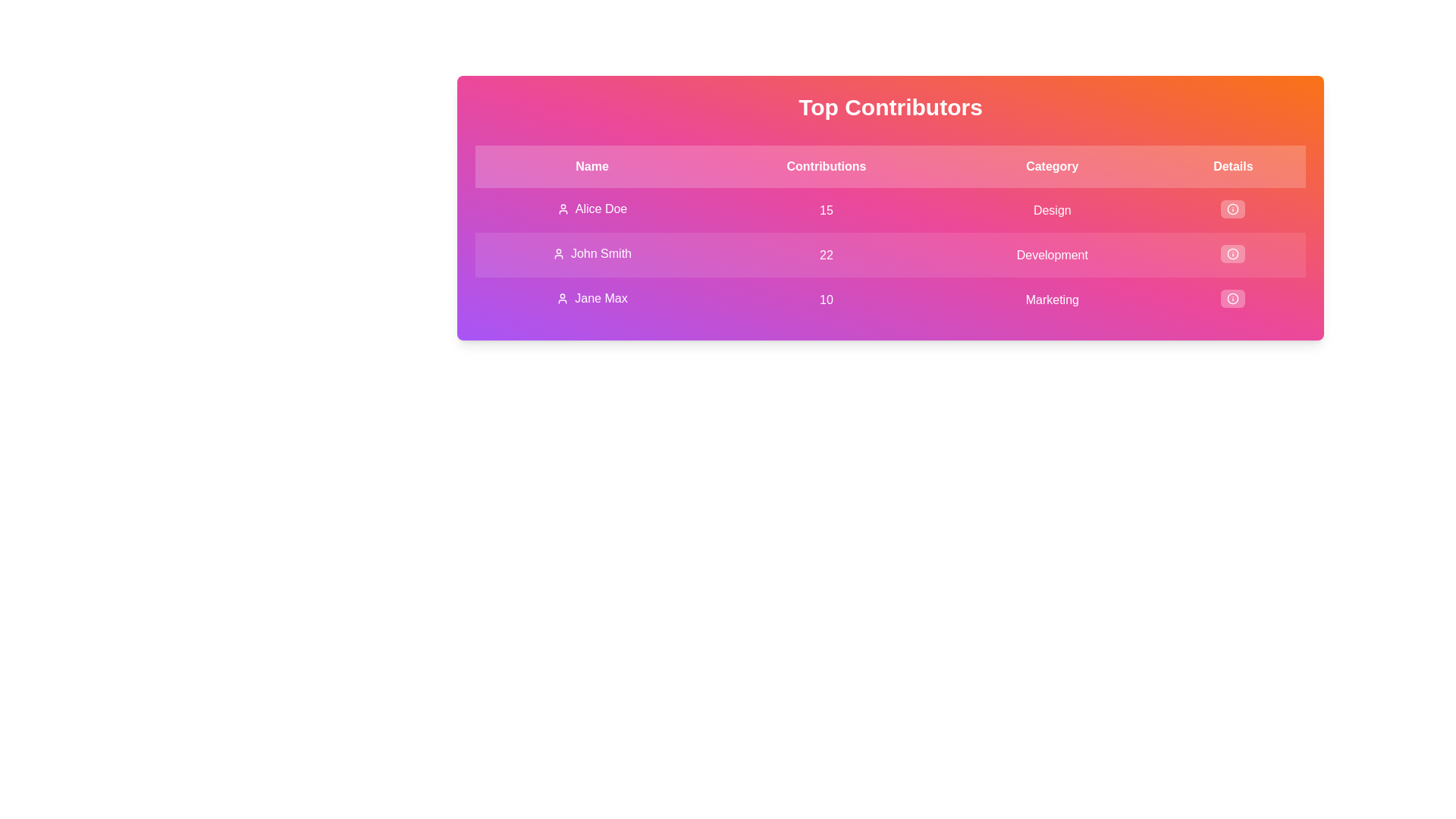 The image size is (1456, 819). Describe the element at coordinates (1233, 254) in the screenshot. I see `the button located on the far right in the row corresponding to 'John Smith' under the 'Details' column in the table, which serves as an information or details indicator` at that location.